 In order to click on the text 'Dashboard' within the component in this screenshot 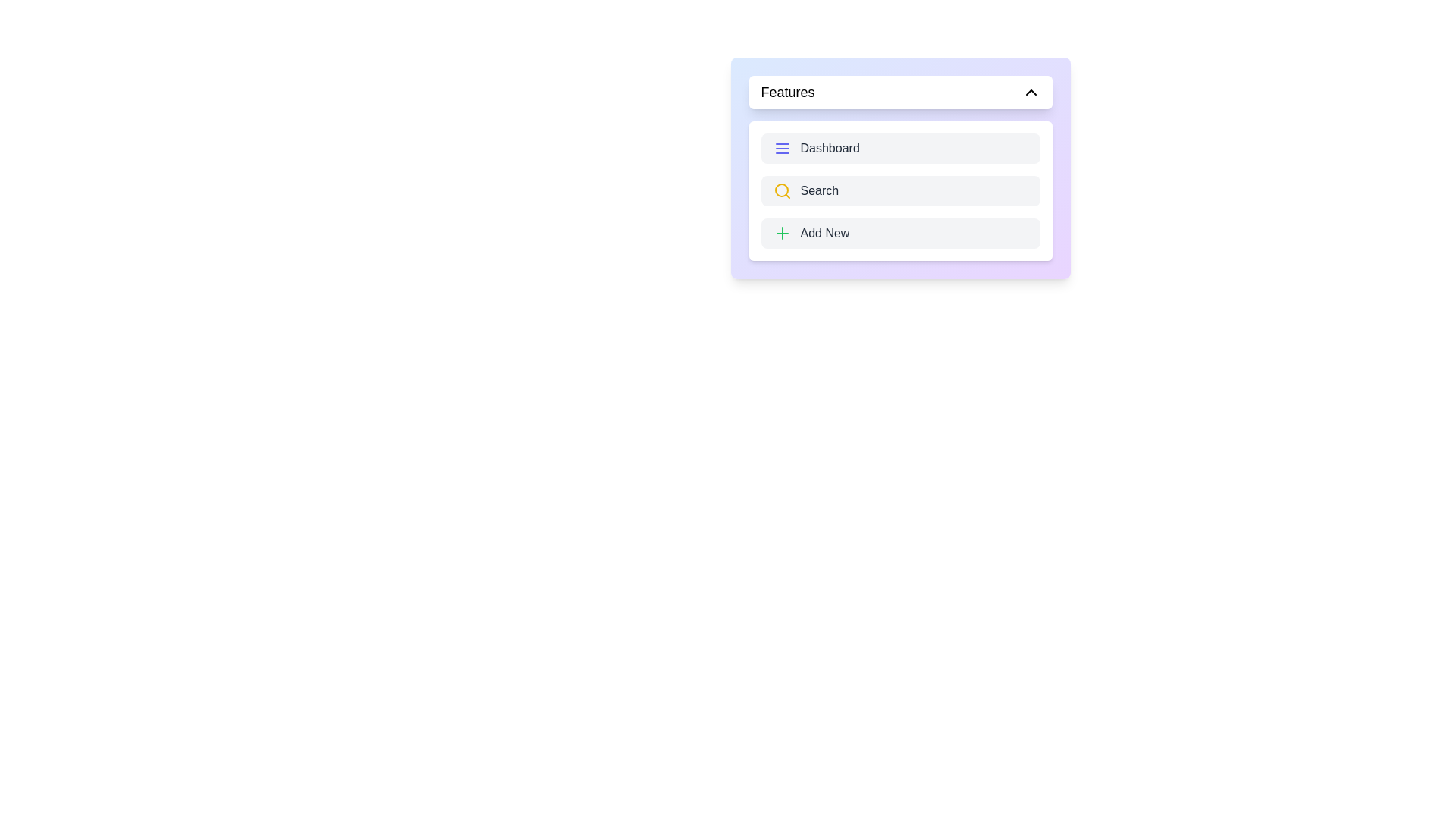, I will do `click(900, 149)`.